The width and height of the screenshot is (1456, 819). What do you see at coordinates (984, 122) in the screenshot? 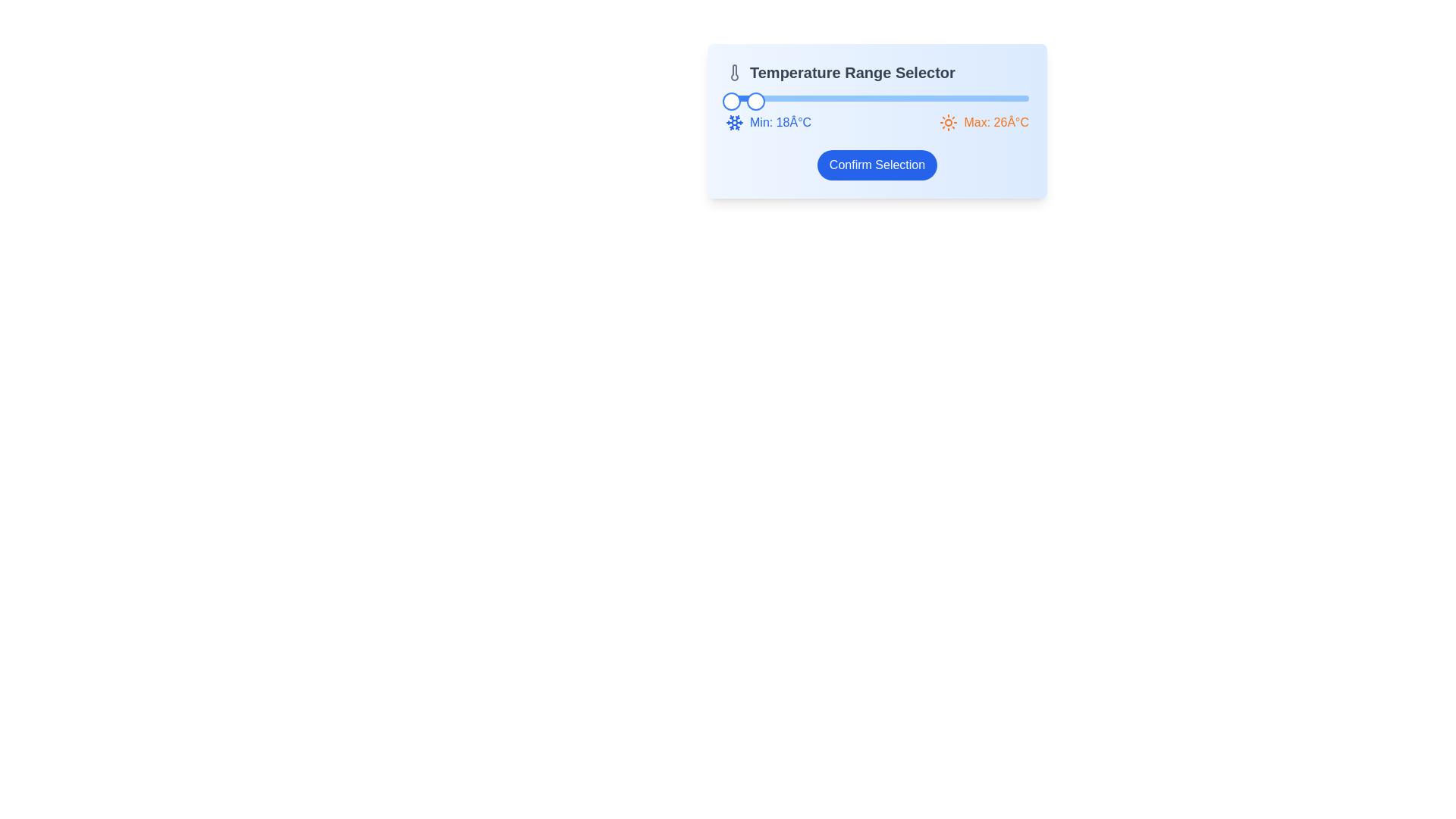
I see `the label indicating the maximum temperature, styled with orange text and a sun icon, which reads 'Max: 26°C'` at bounding box center [984, 122].